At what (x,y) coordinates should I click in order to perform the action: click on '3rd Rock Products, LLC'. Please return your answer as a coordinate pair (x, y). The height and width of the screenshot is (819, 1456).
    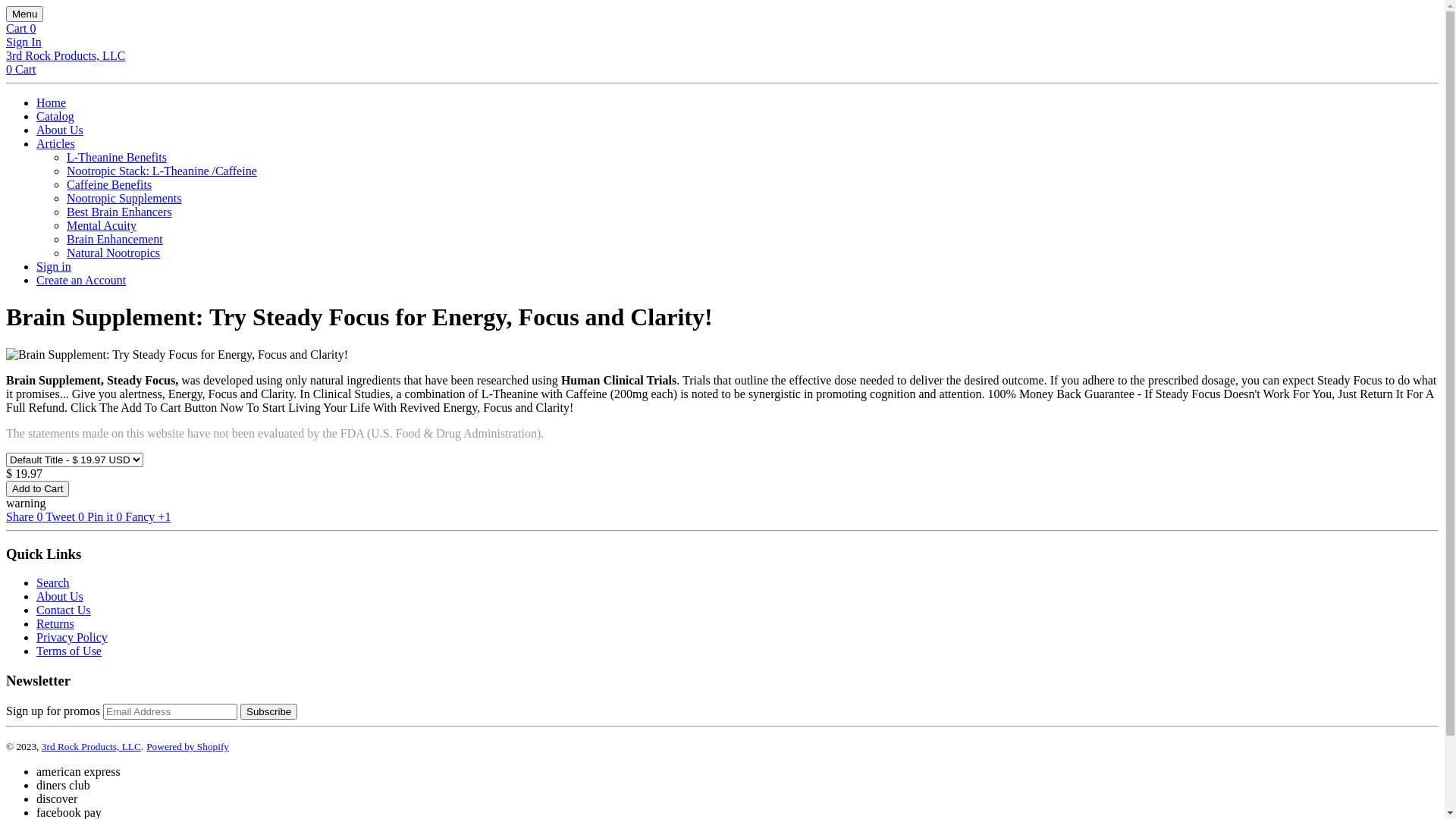
    Looking at the image, I should click on (64, 55).